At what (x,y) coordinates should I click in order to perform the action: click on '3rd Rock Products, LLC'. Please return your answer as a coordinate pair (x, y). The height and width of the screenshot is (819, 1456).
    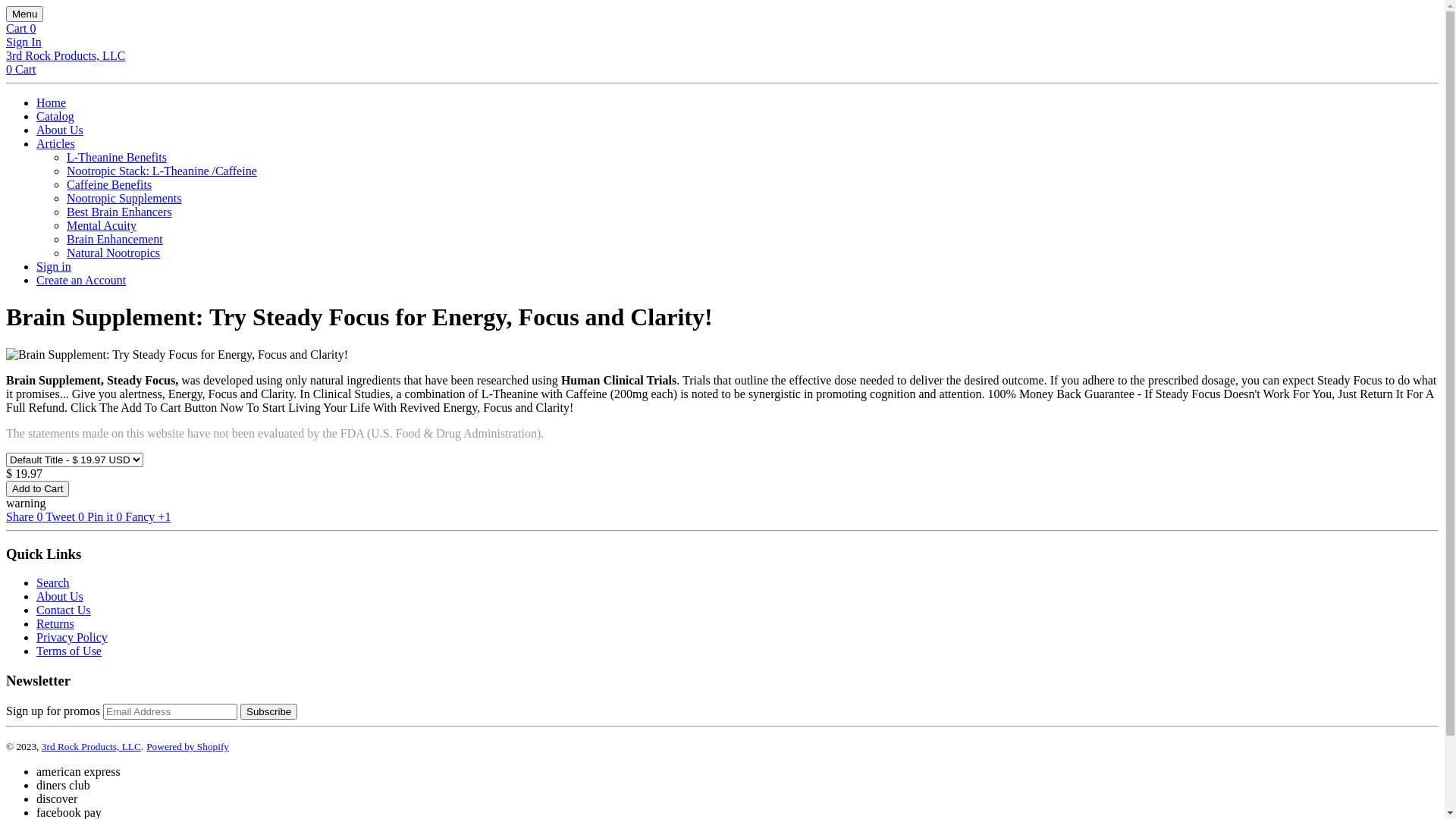
    Looking at the image, I should click on (64, 55).